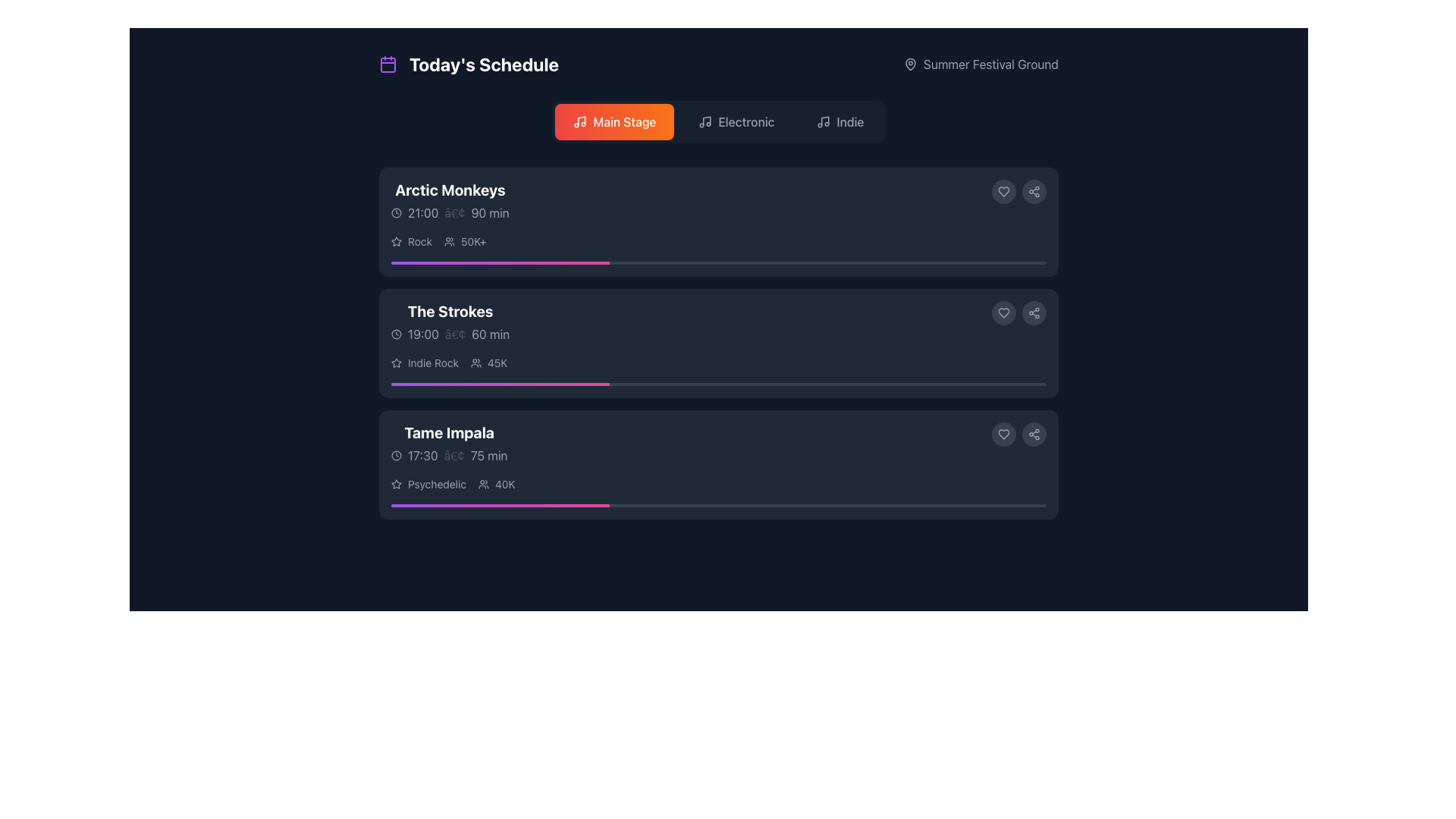 The image size is (1456, 819). What do you see at coordinates (824, 120) in the screenshot?
I see `vertical line component of the music note icon in the top navigation area under the 'Indie' category button using developer tools` at bounding box center [824, 120].